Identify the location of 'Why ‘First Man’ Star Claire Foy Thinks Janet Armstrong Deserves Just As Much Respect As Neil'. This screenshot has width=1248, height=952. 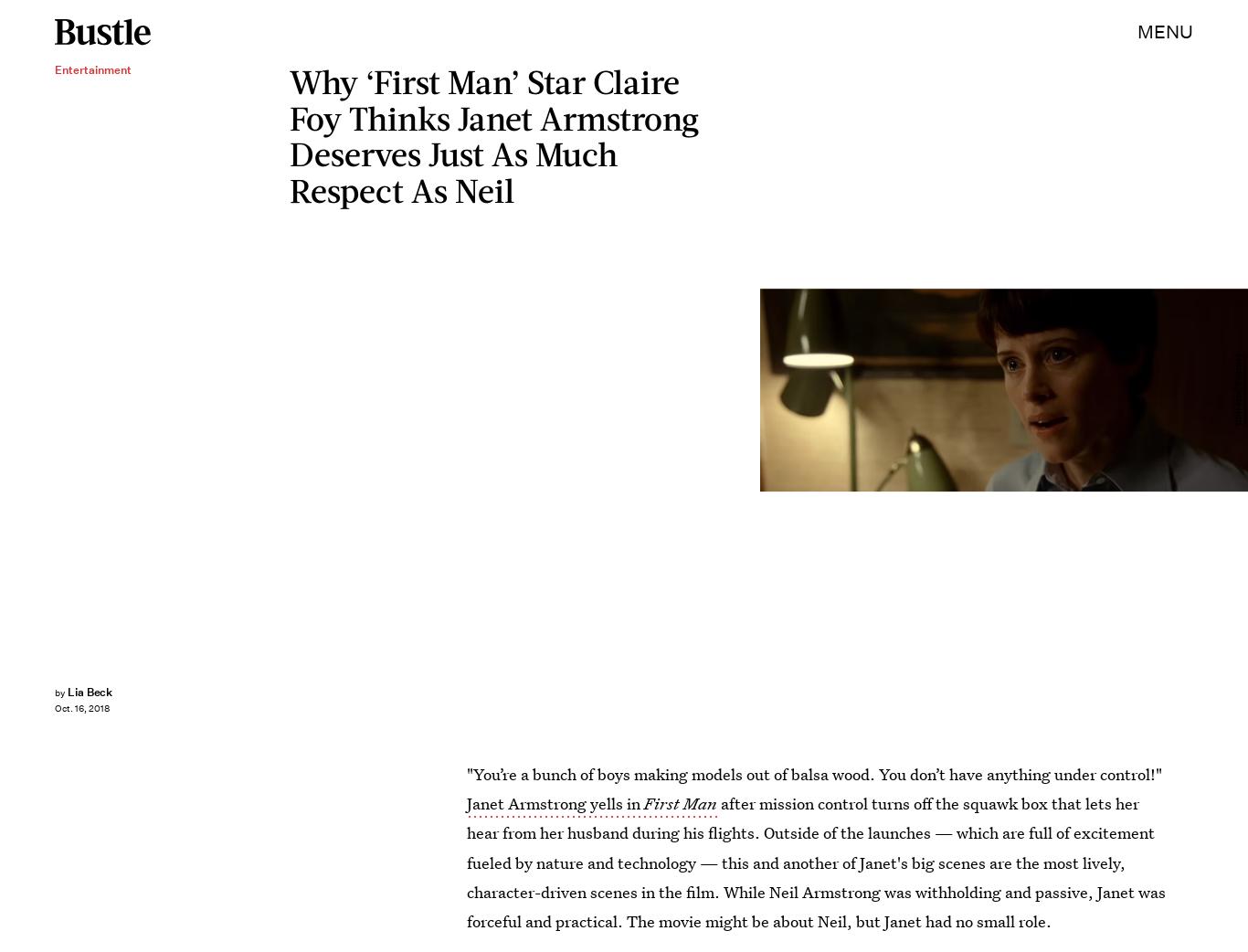
(493, 134).